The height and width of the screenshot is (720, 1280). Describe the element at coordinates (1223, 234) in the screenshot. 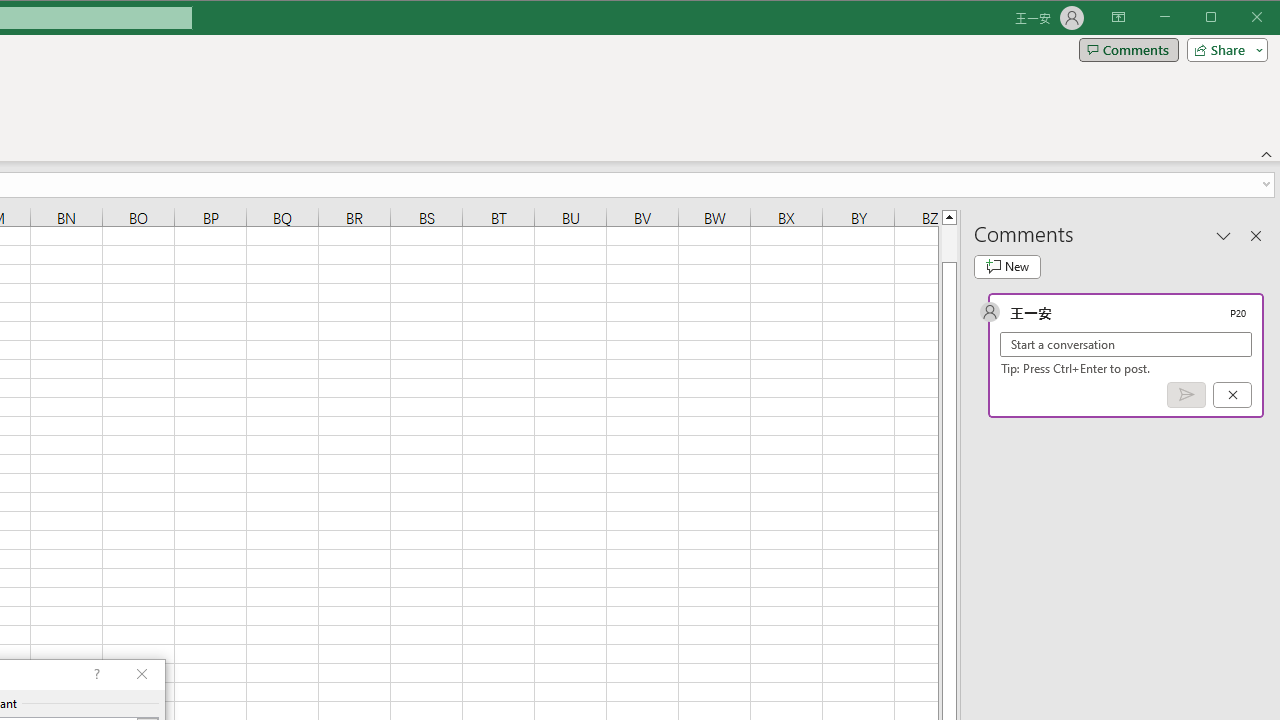

I see `'Task Pane Options'` at that location.